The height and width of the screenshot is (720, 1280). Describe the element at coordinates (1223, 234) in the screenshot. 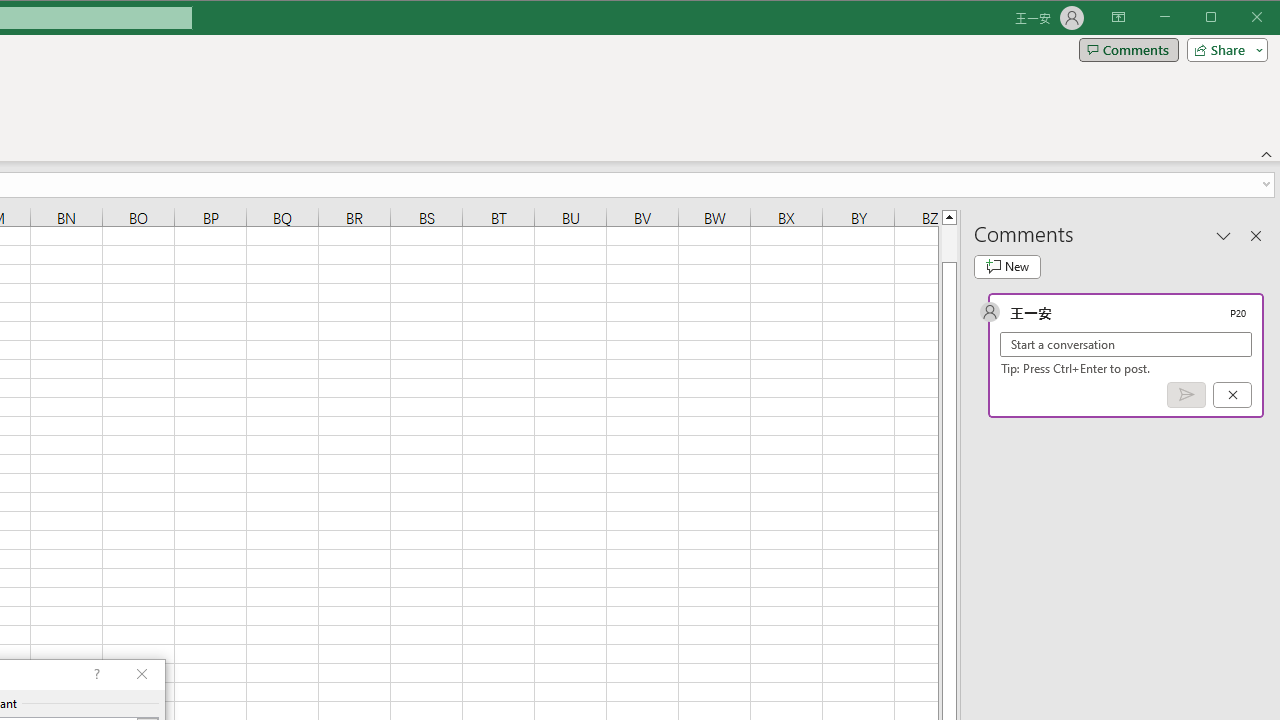

I see `'Task Pane Options'` at that location.